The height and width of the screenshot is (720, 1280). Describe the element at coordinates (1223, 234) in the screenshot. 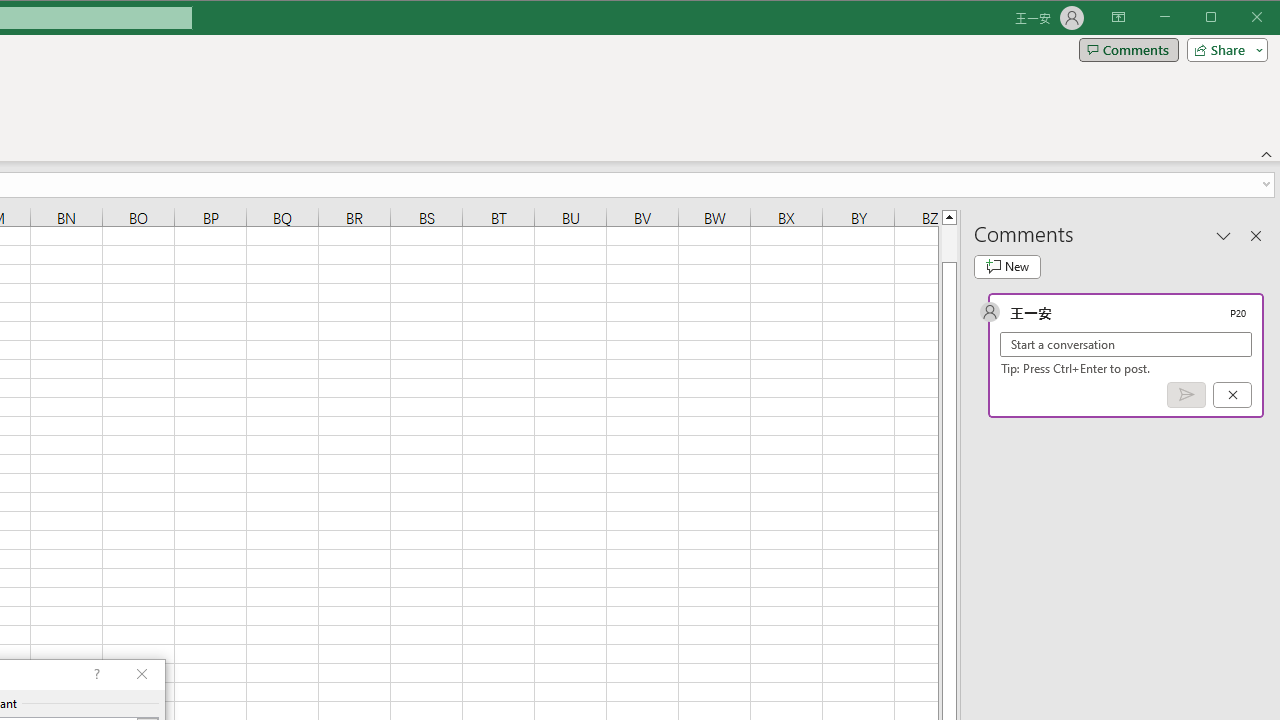

I see `'Task Pane Options'` at that location.